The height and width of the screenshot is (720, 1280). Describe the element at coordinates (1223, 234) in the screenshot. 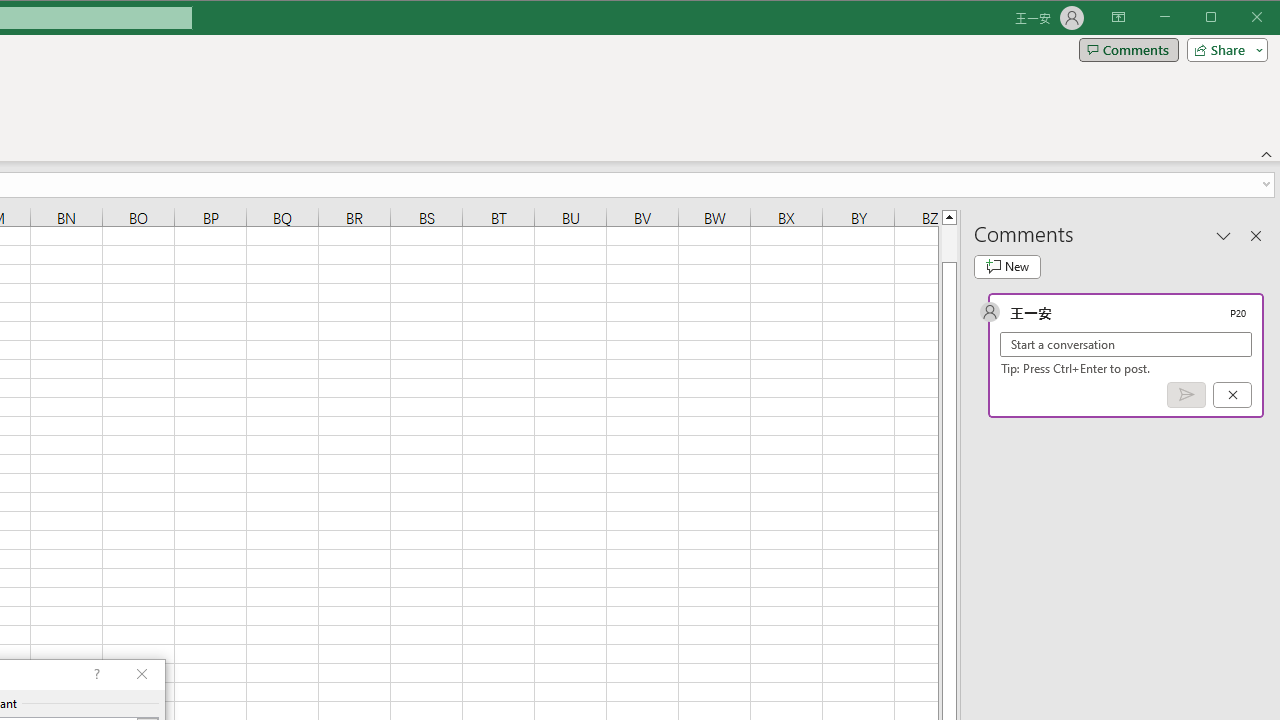

I see `'Task Pane Options'` at that location.